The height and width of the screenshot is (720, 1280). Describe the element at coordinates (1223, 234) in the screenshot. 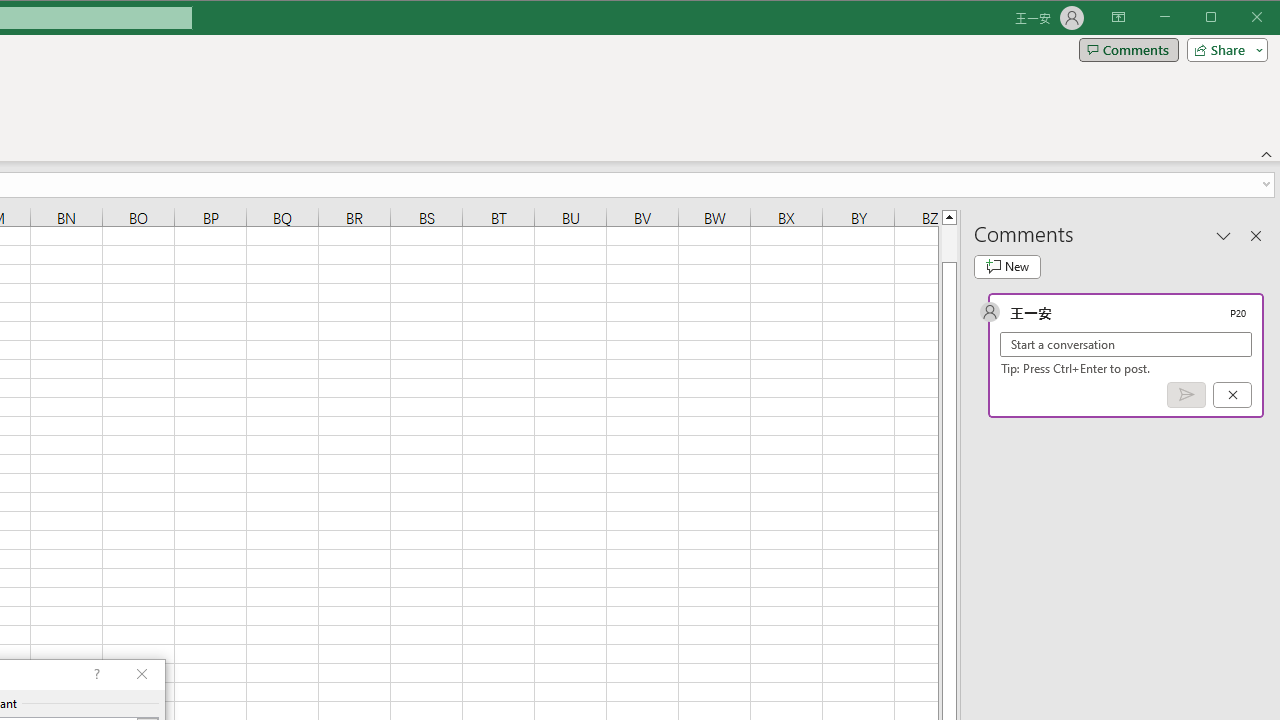

I see `'Task Pane Options'` at that location.